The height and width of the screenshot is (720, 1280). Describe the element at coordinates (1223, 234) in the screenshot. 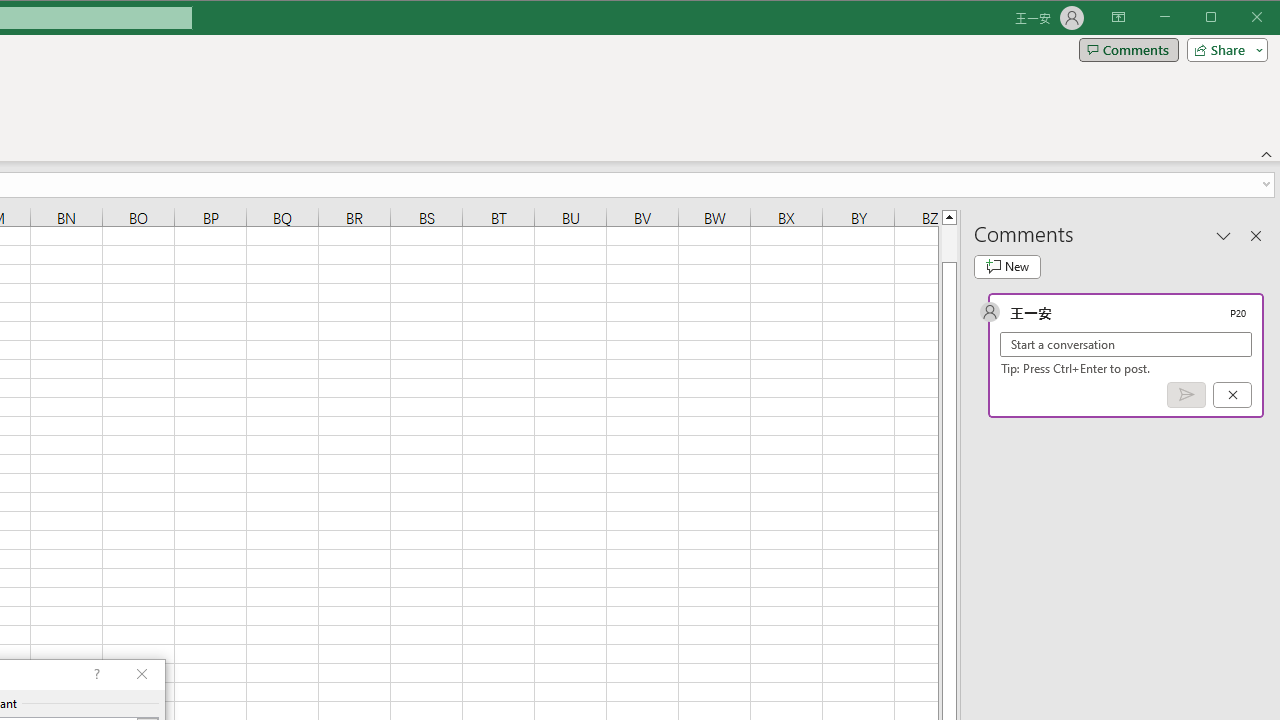

I see `'Task Pane Options'` at that location.